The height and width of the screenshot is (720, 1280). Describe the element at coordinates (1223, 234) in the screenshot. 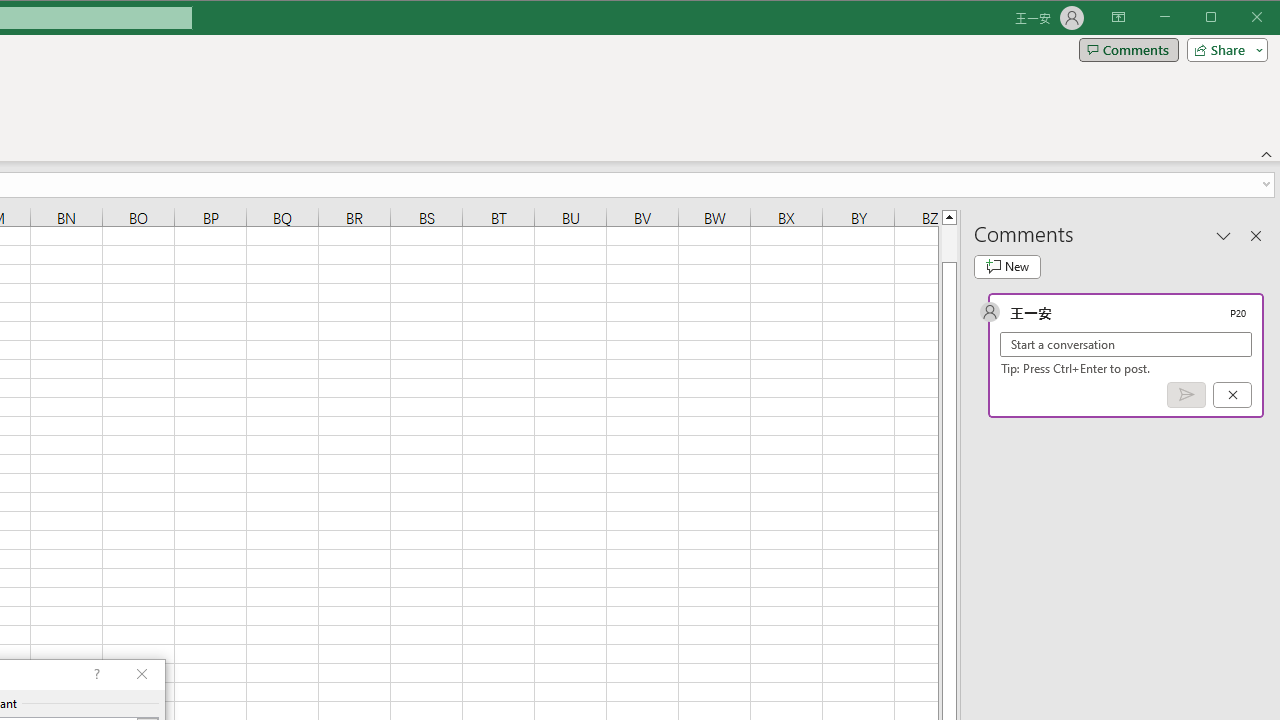

I see `'Task Pane Options'` at that location.